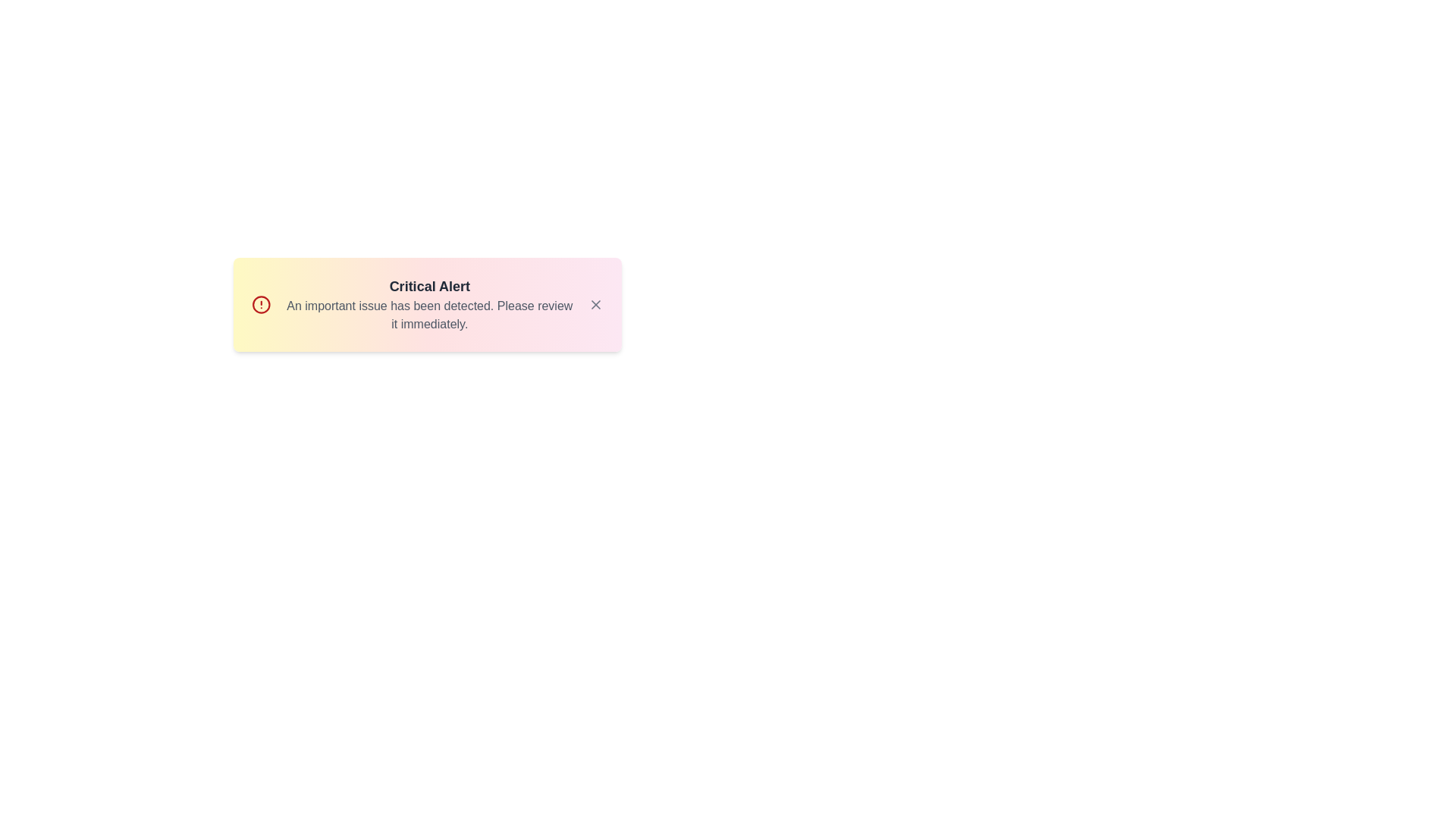 Image resolution: width=1456 pixels, height=819 pixels. I want to click on the Close button icon located in the top-right corner of the notification box to potentially reveal additional effects, so click(595, 304).